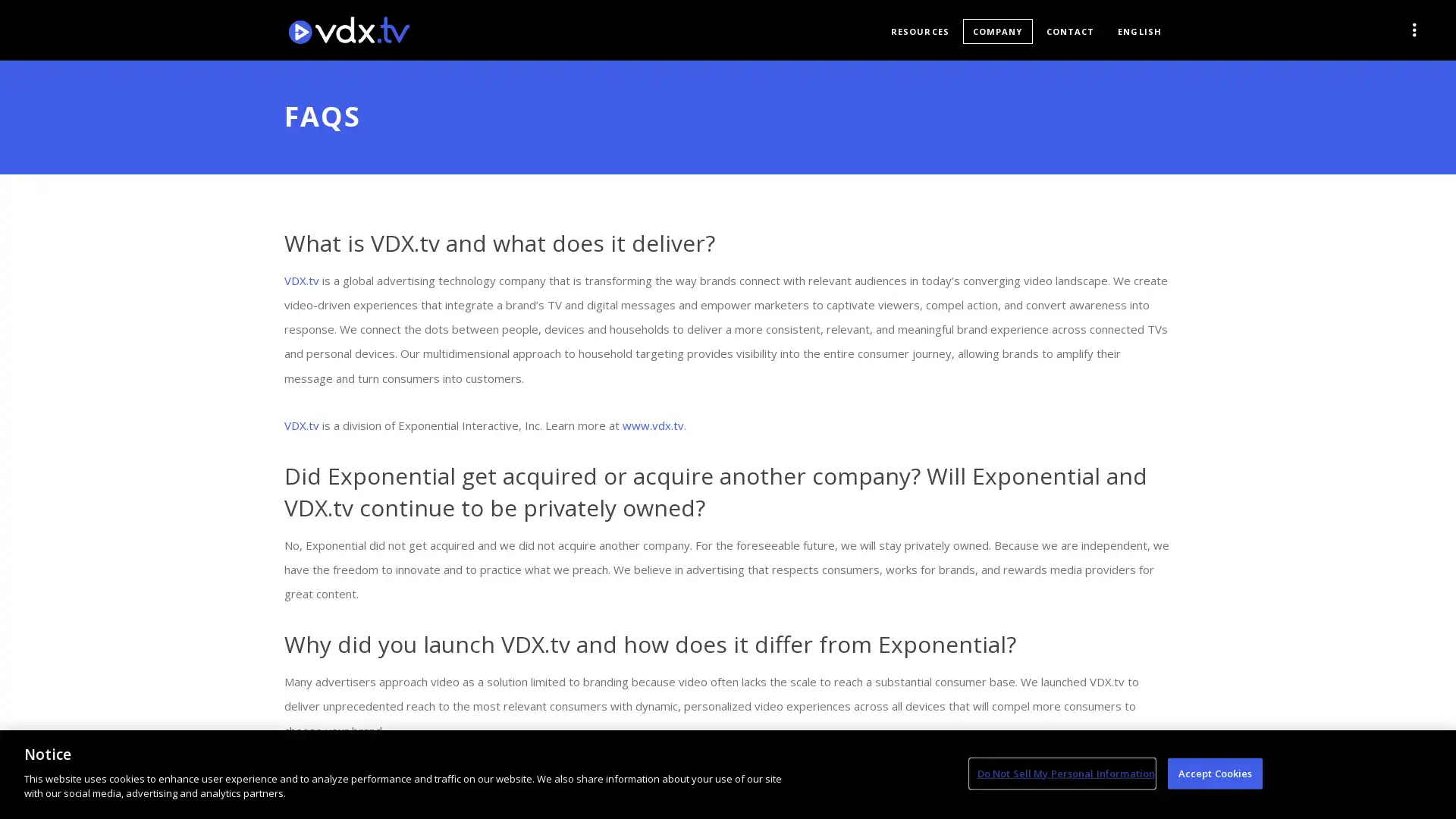 The image size is (1456, 819). Describe the element at coordinates (1061, 773) in the screenshot. I see `Do Not Sell My Personal Information` at that location.